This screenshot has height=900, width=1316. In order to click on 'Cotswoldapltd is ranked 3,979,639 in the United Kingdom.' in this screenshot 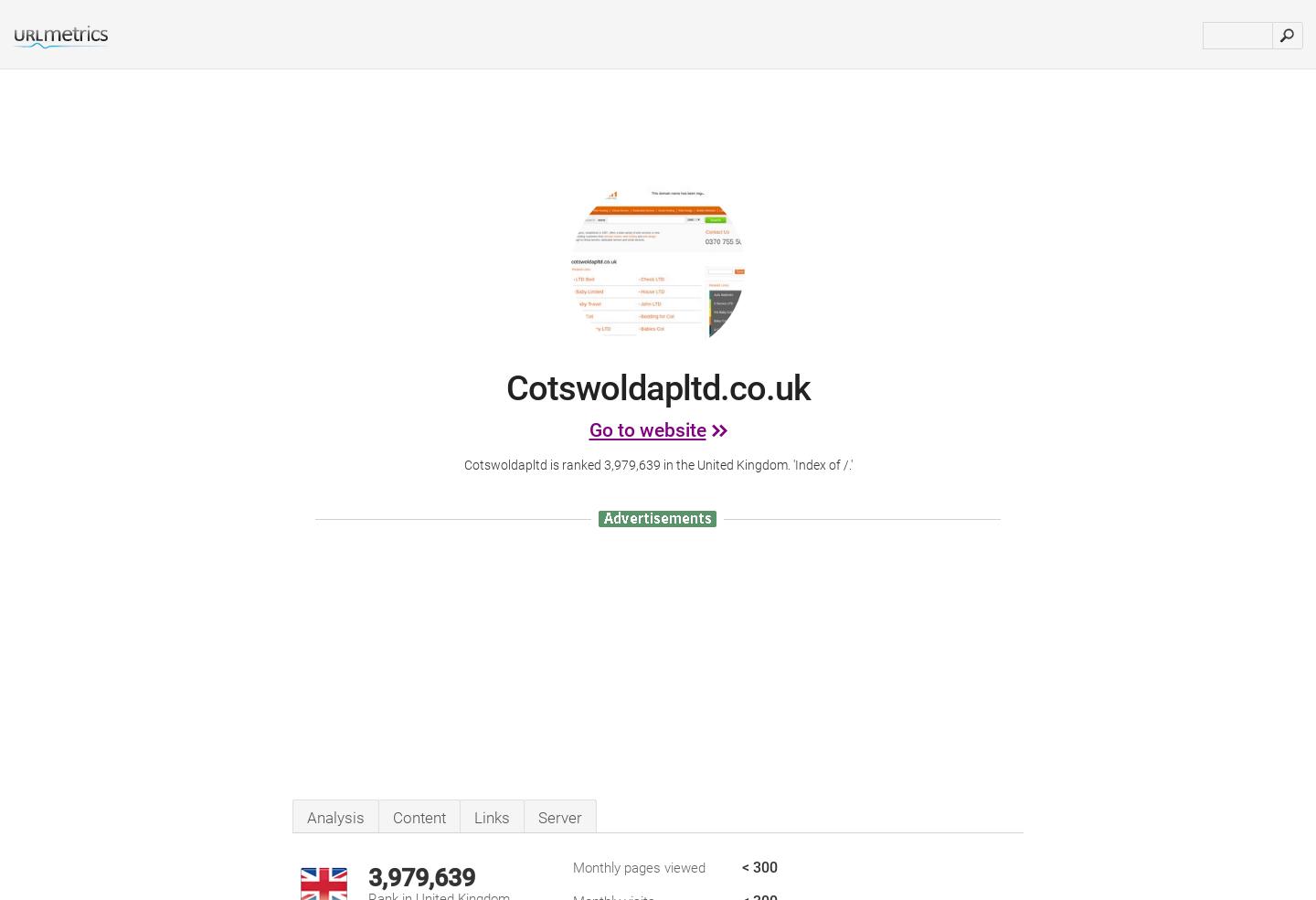, I will do `click(628, 465)`.